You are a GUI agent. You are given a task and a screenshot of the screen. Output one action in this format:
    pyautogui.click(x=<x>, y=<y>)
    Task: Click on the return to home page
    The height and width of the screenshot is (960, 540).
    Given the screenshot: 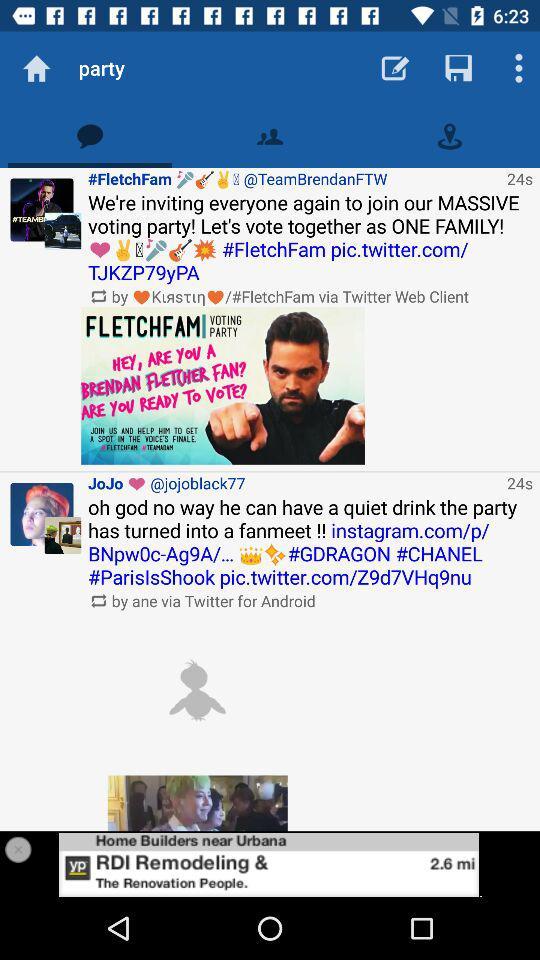 What is the action you would take?
    pyautogui.click(x=36, y=68)
    